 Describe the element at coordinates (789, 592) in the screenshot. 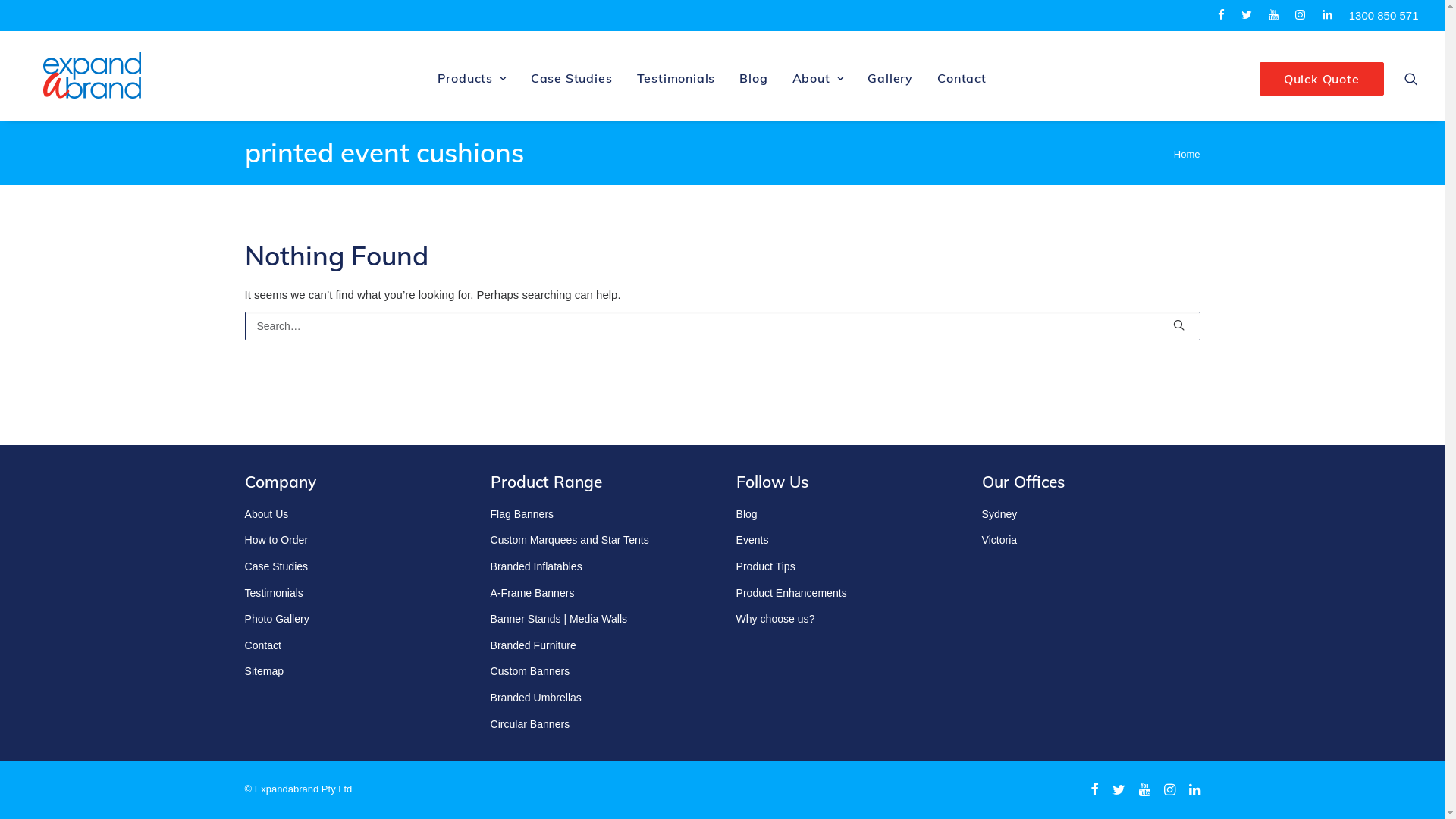

I see `'Product Enhancements'` at that location.